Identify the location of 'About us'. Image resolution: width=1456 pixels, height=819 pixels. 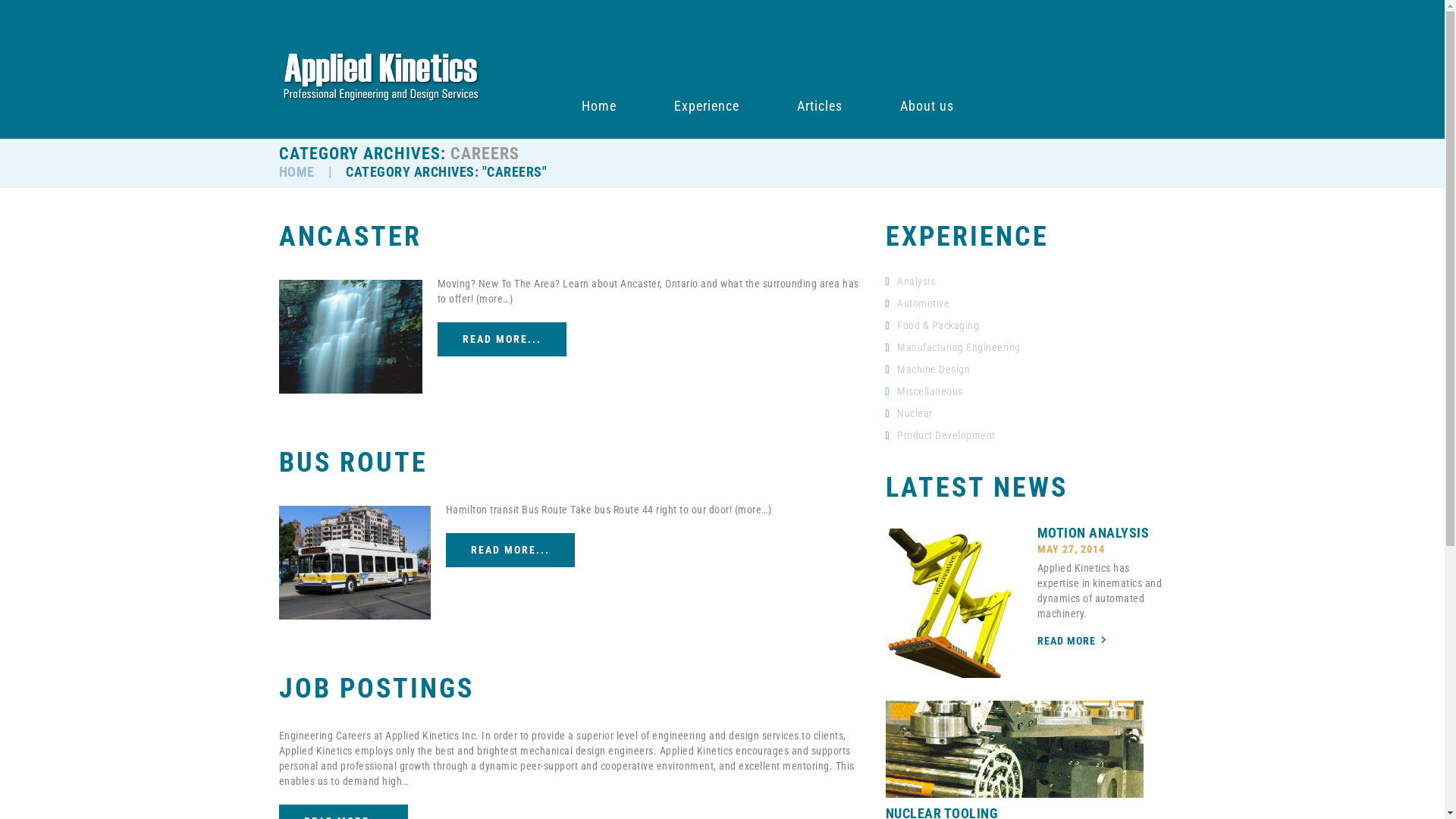
(926, 105).